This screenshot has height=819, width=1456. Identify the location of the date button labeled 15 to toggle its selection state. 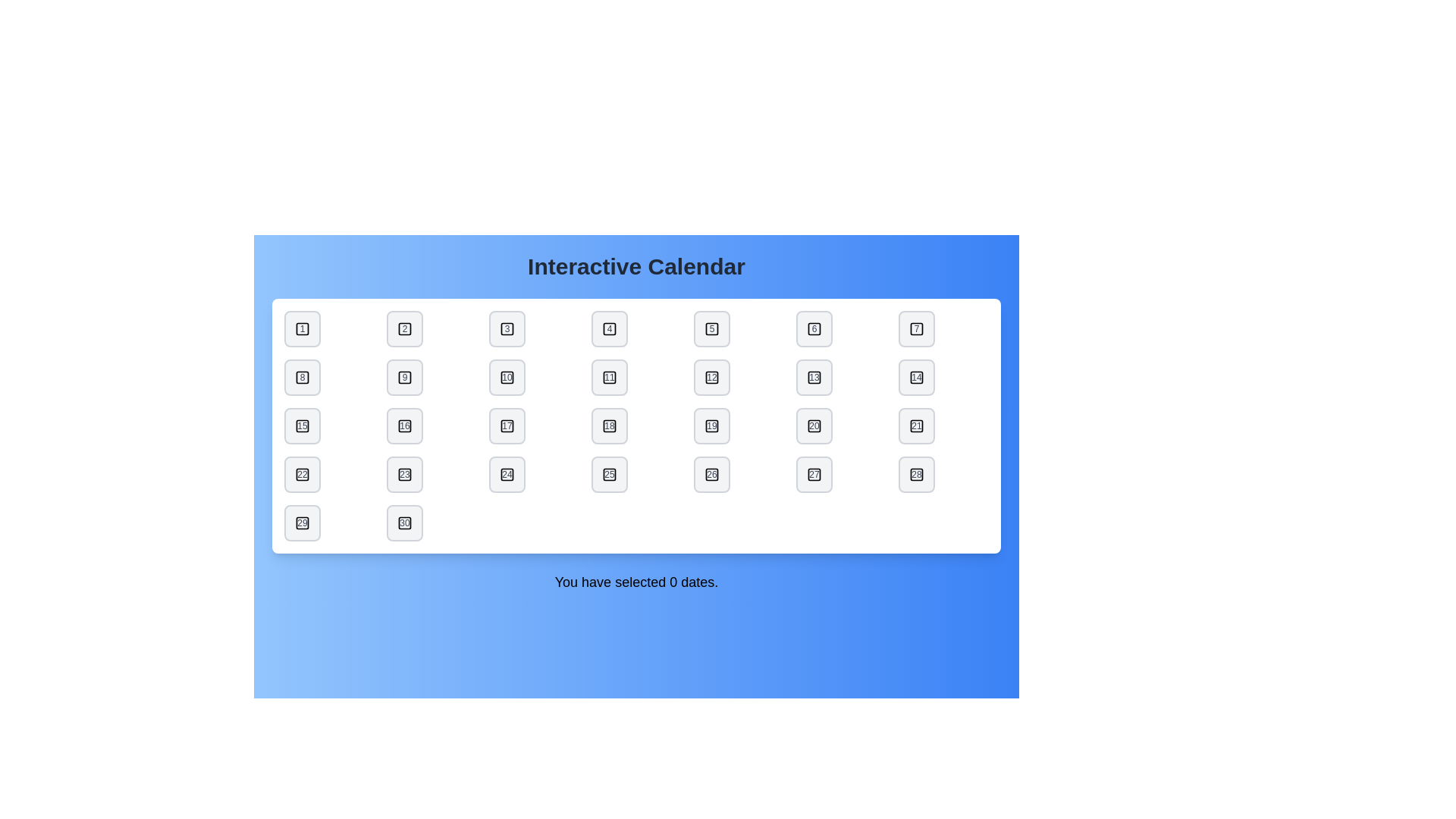
(302, 426).